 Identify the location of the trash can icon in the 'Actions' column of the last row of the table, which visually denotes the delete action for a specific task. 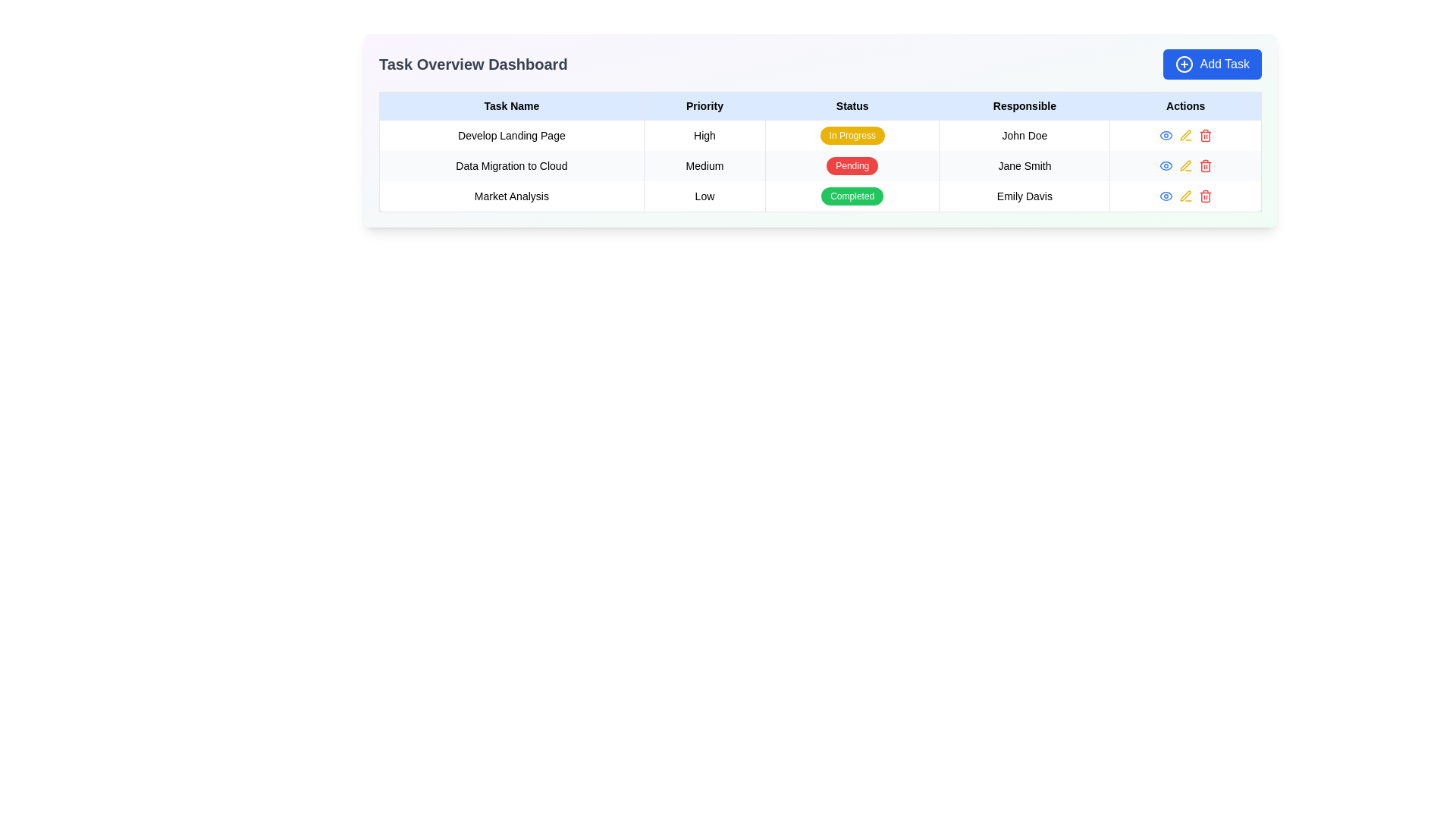
(1204, 167).